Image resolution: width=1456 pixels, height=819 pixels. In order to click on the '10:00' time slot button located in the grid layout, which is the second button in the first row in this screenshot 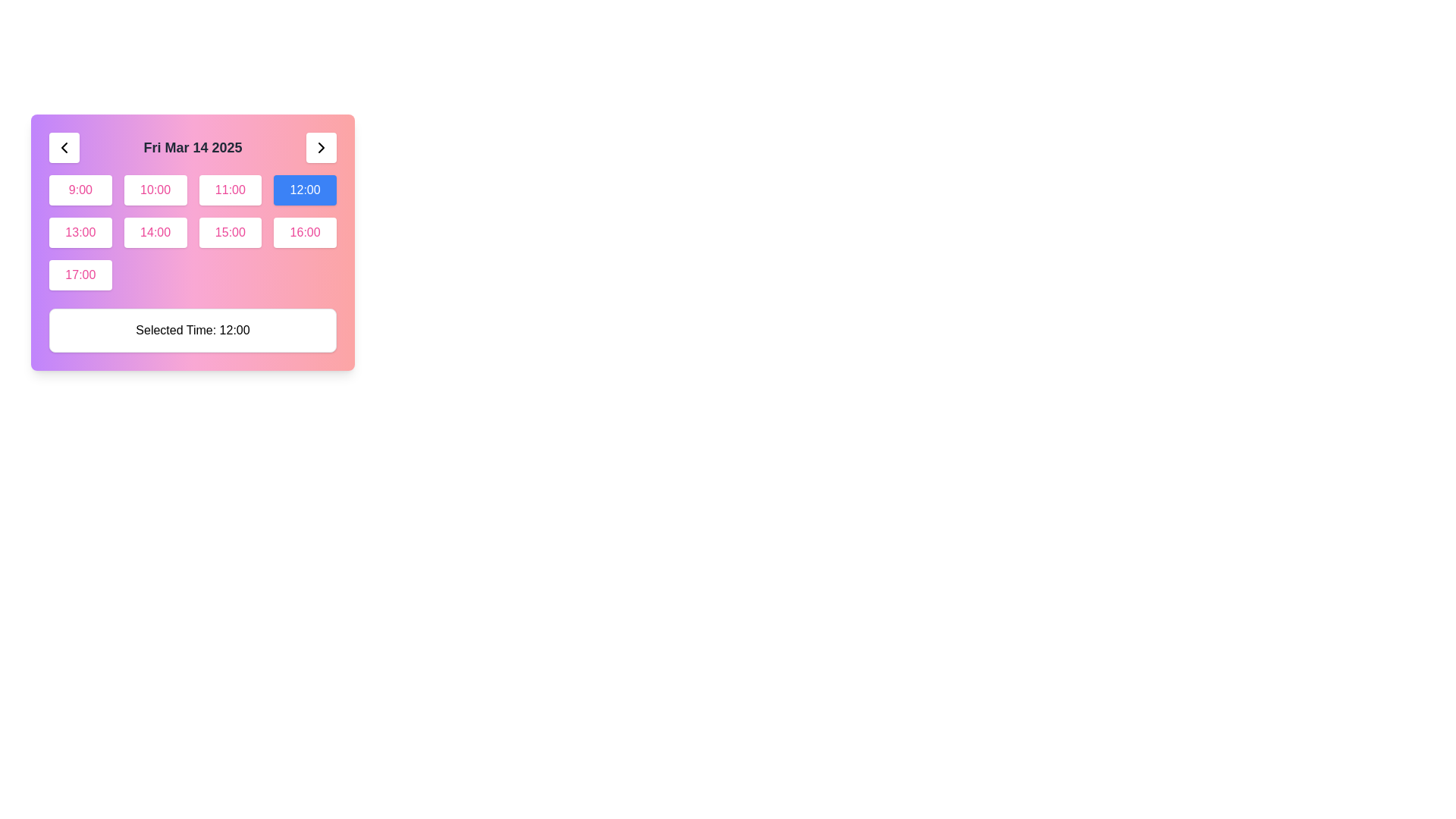, I will do `click(155, 189)`.